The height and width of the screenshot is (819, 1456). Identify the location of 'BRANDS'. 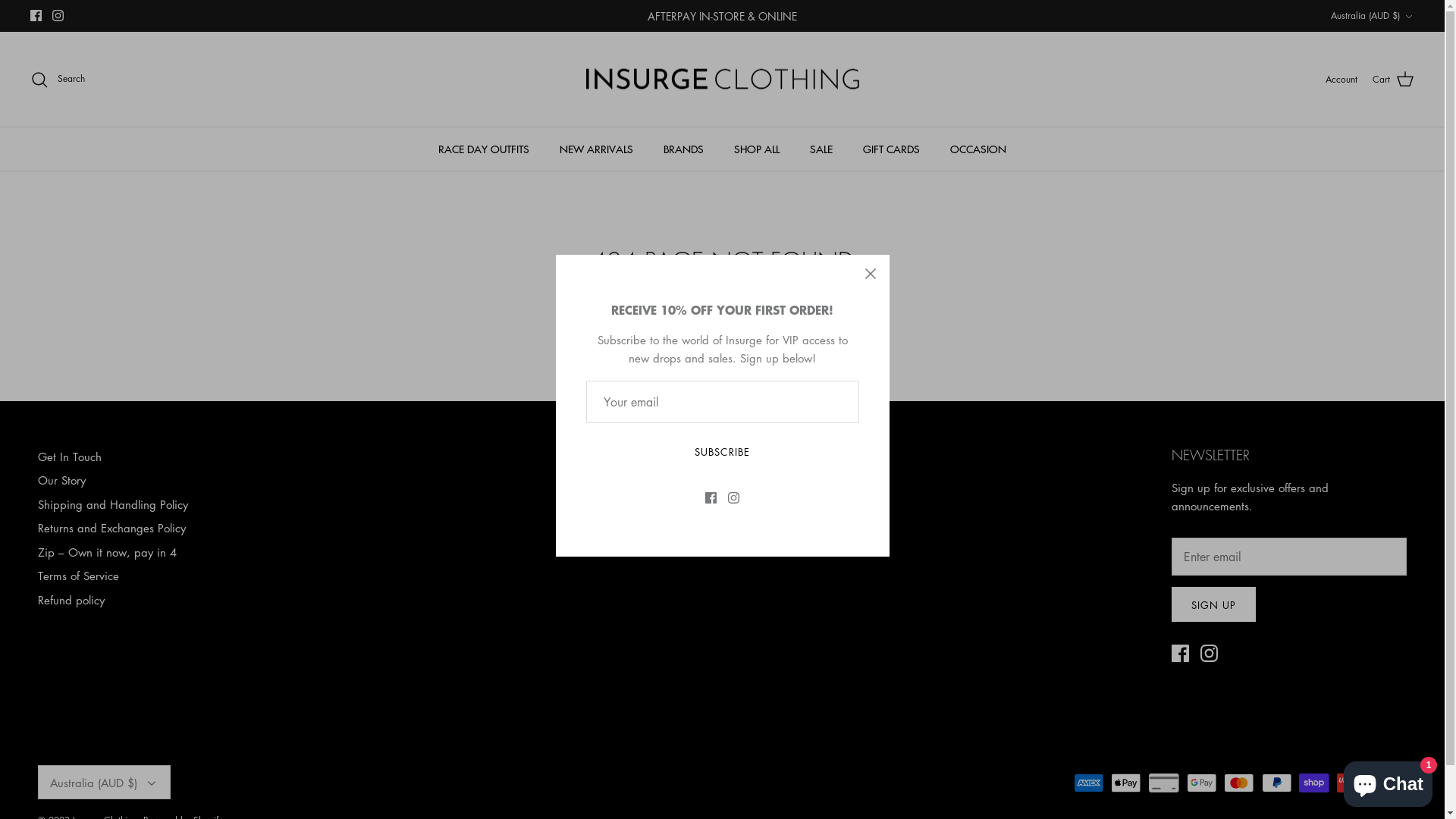
(682, 149).